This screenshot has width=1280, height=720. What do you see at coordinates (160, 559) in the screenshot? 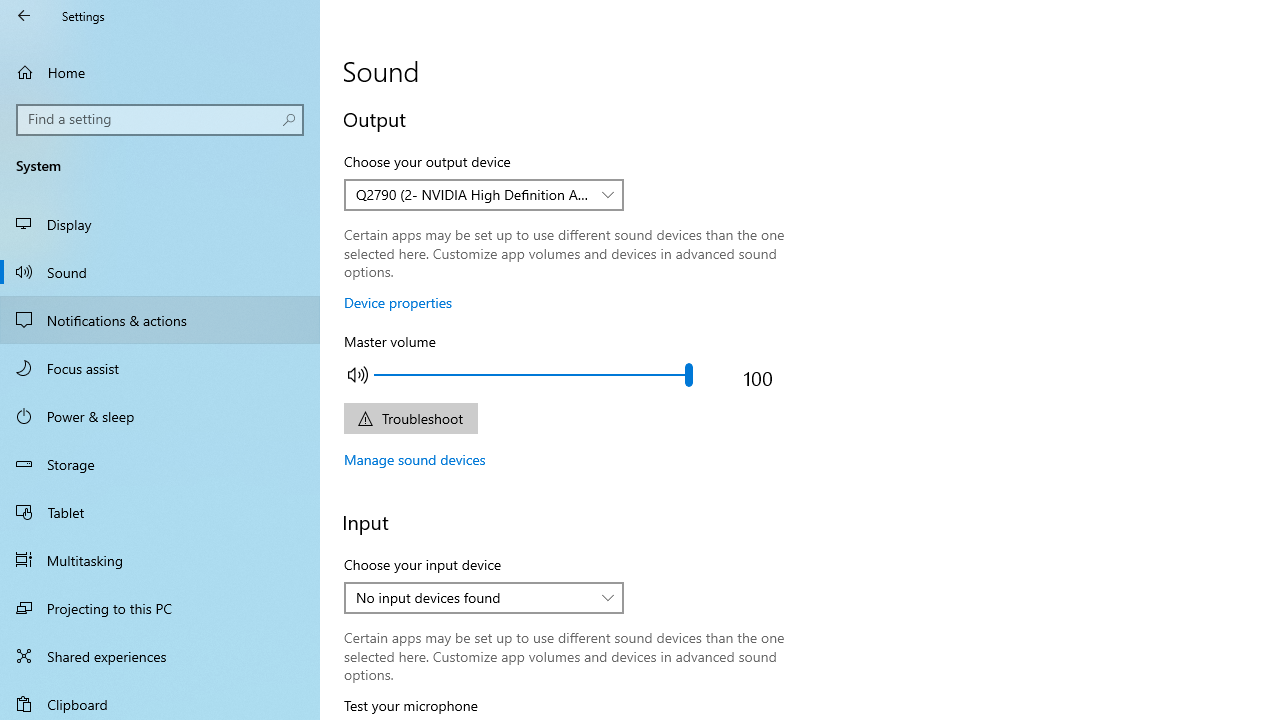
I see `'Multitasking'` at bounding box center [160, 559].